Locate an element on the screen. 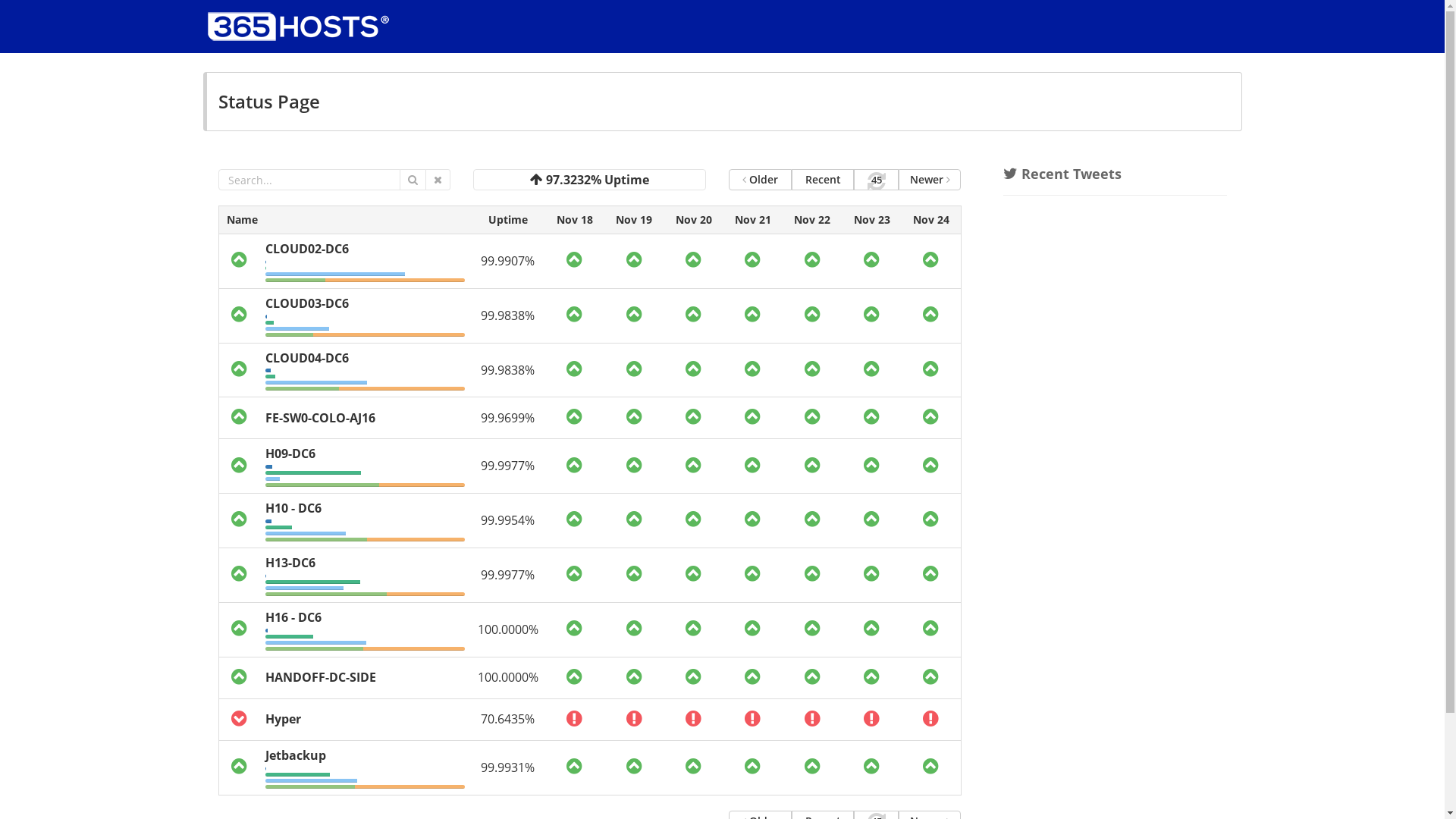 This screenshot has width=1456, height=819. '100.0000%' is located at coordinates (476, 629).